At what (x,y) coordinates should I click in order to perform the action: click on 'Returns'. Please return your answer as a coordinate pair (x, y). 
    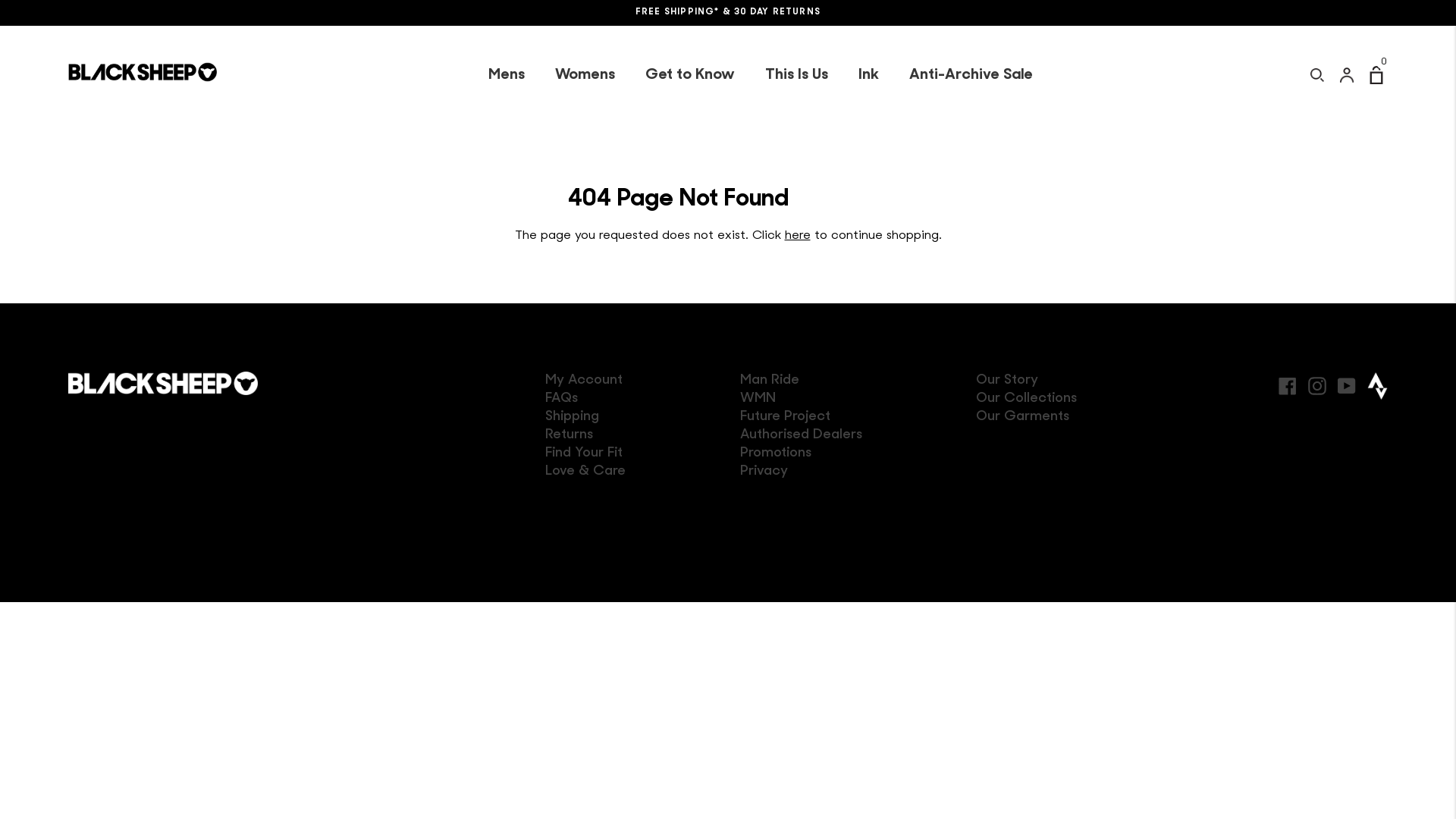
    Looking at the image, I should click on (545, 435).